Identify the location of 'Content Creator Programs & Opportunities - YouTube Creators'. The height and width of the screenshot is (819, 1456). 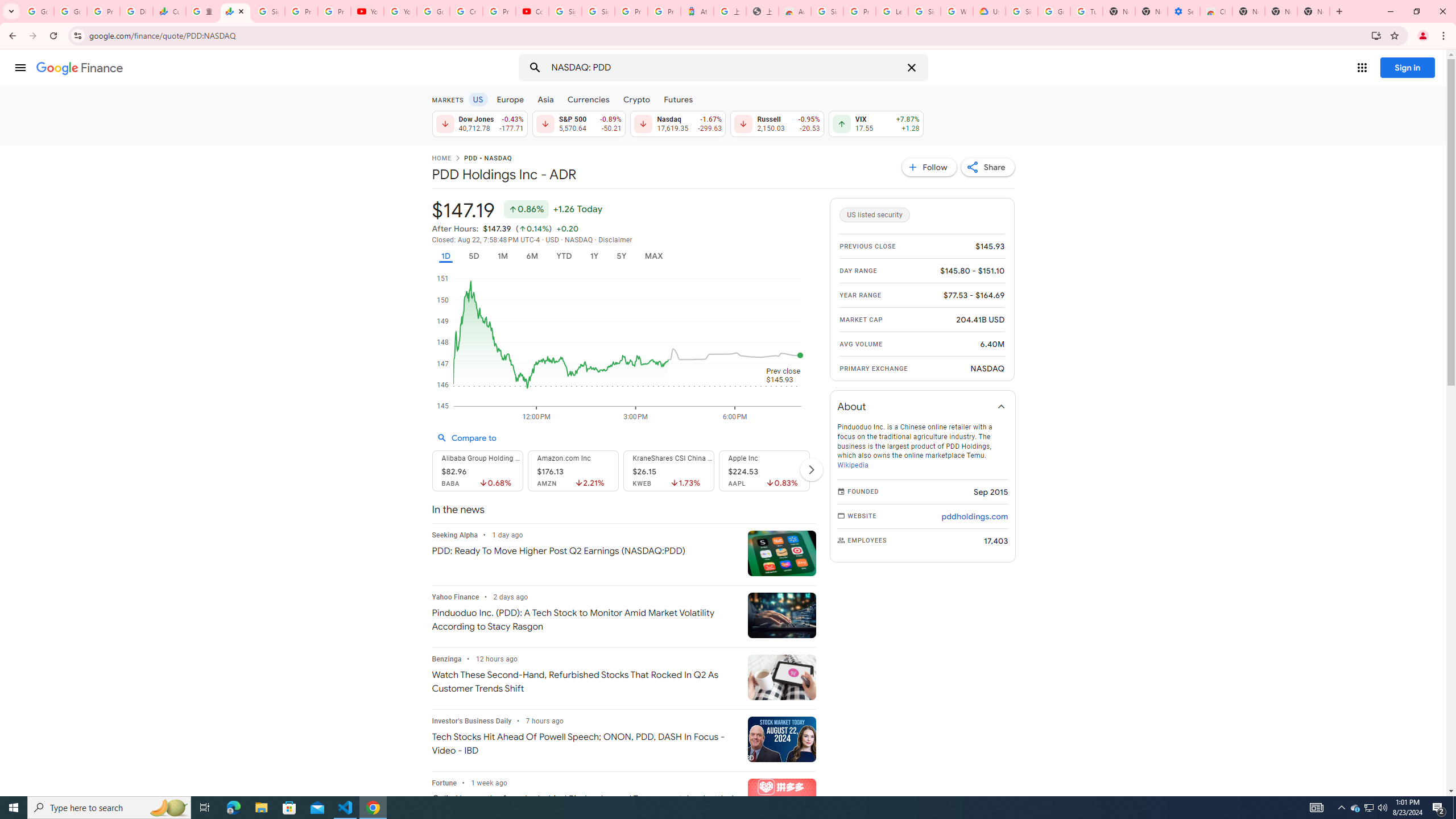
(531, 11).